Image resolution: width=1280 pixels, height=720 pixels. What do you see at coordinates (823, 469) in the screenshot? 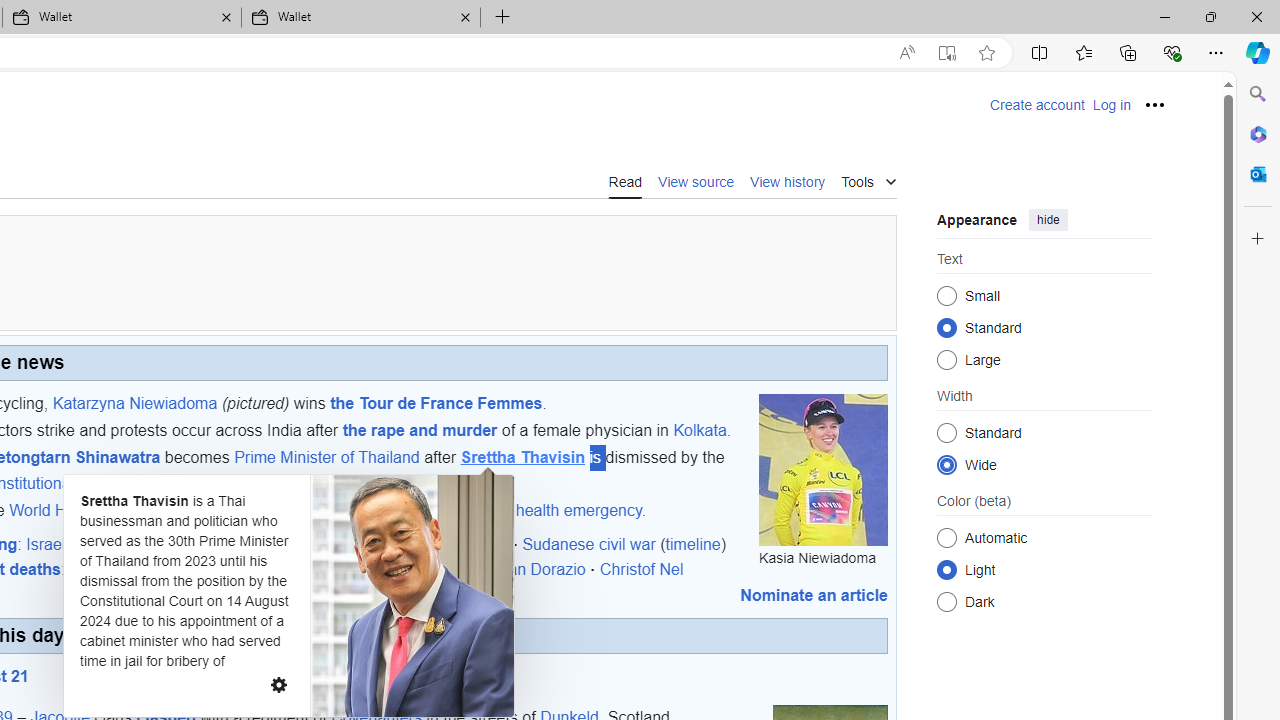
I see `'Kasia Niewiadoma'` at bounding box center [823, 469].